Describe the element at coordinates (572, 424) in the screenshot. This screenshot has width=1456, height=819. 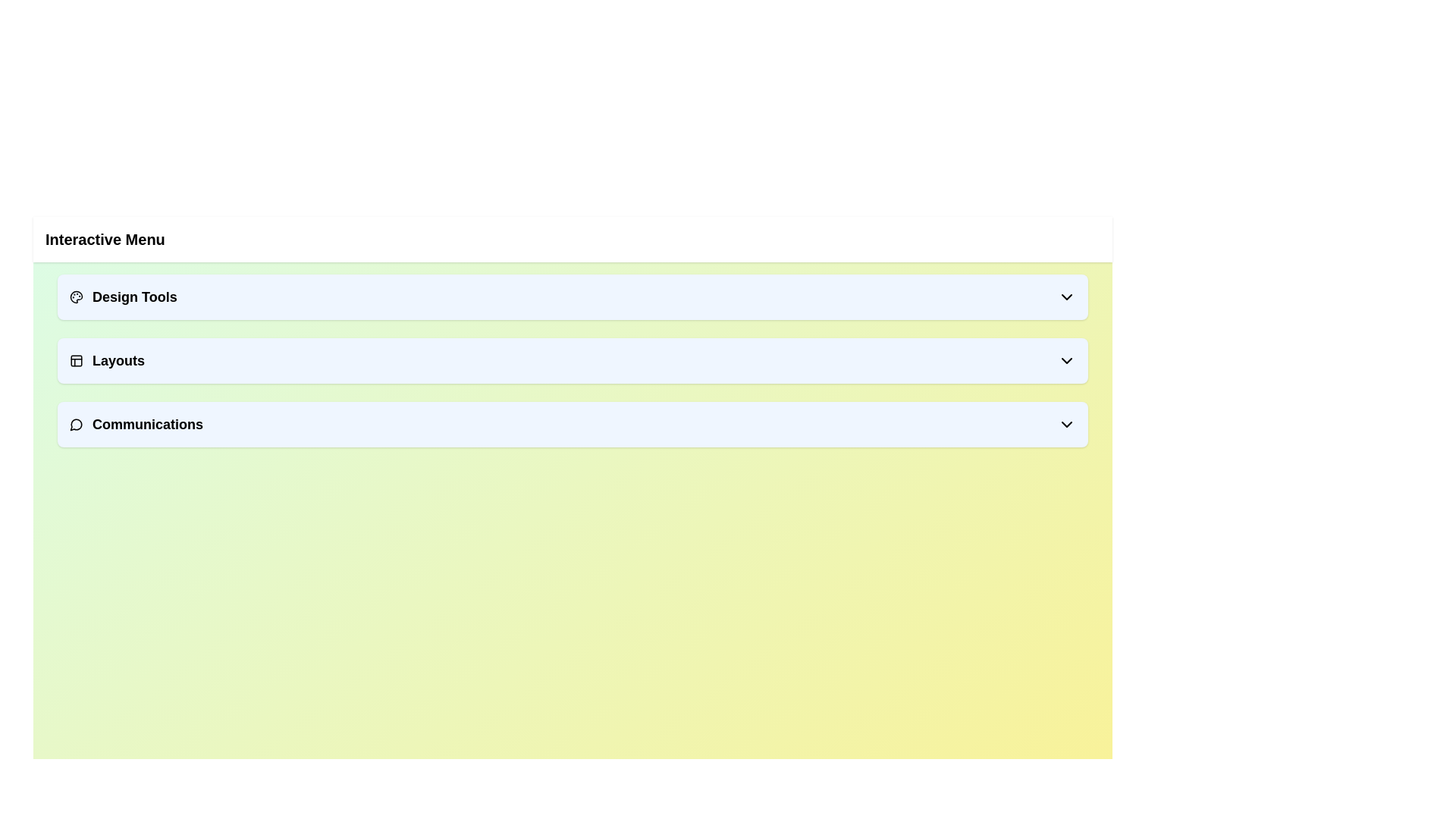
I see `the menu item labeled Communications to highlight it` at that location.